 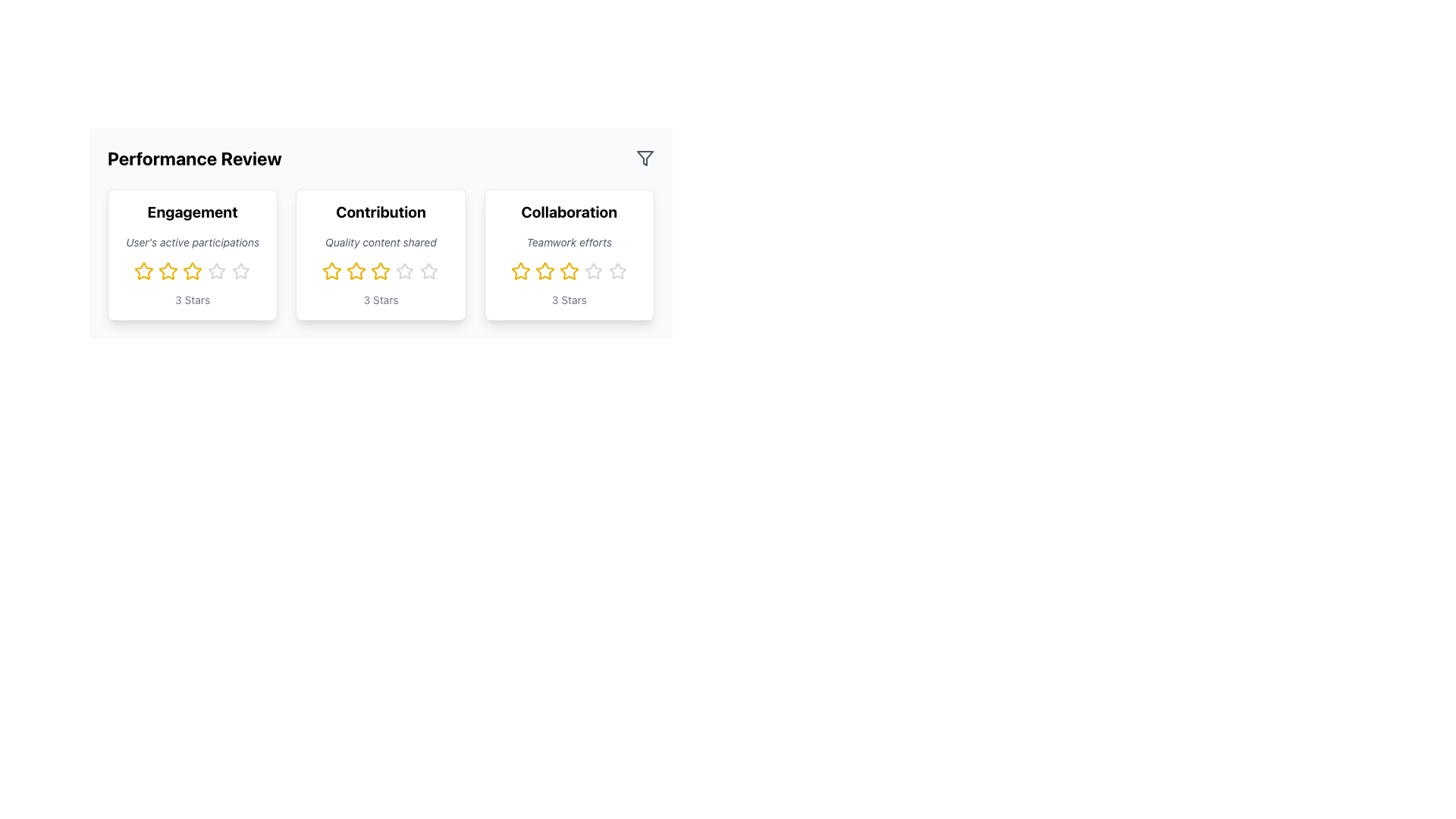 I want to click on the second interactive star icon in the Collaboration review card, so click(x=520, y=270).